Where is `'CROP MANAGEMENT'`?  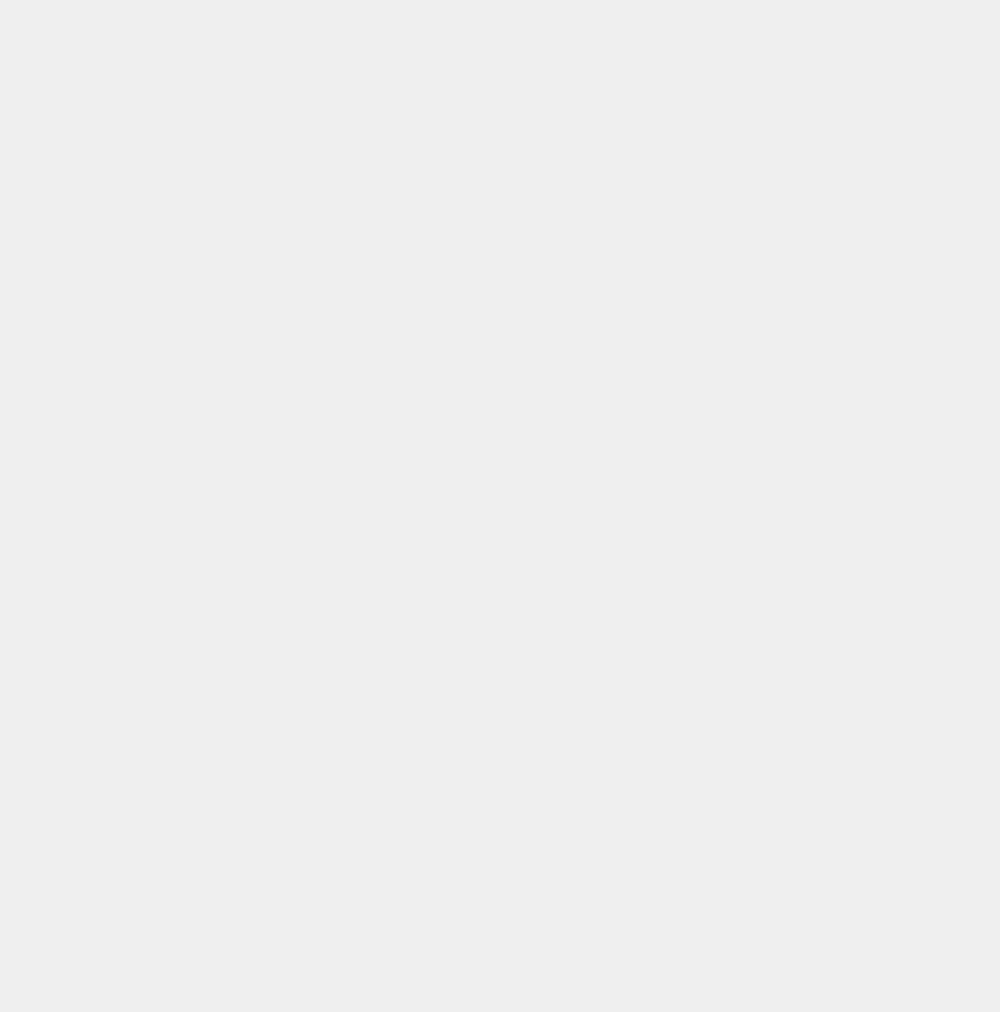
'CROP MANAGEMENT' is located at coordinates (138, 915).